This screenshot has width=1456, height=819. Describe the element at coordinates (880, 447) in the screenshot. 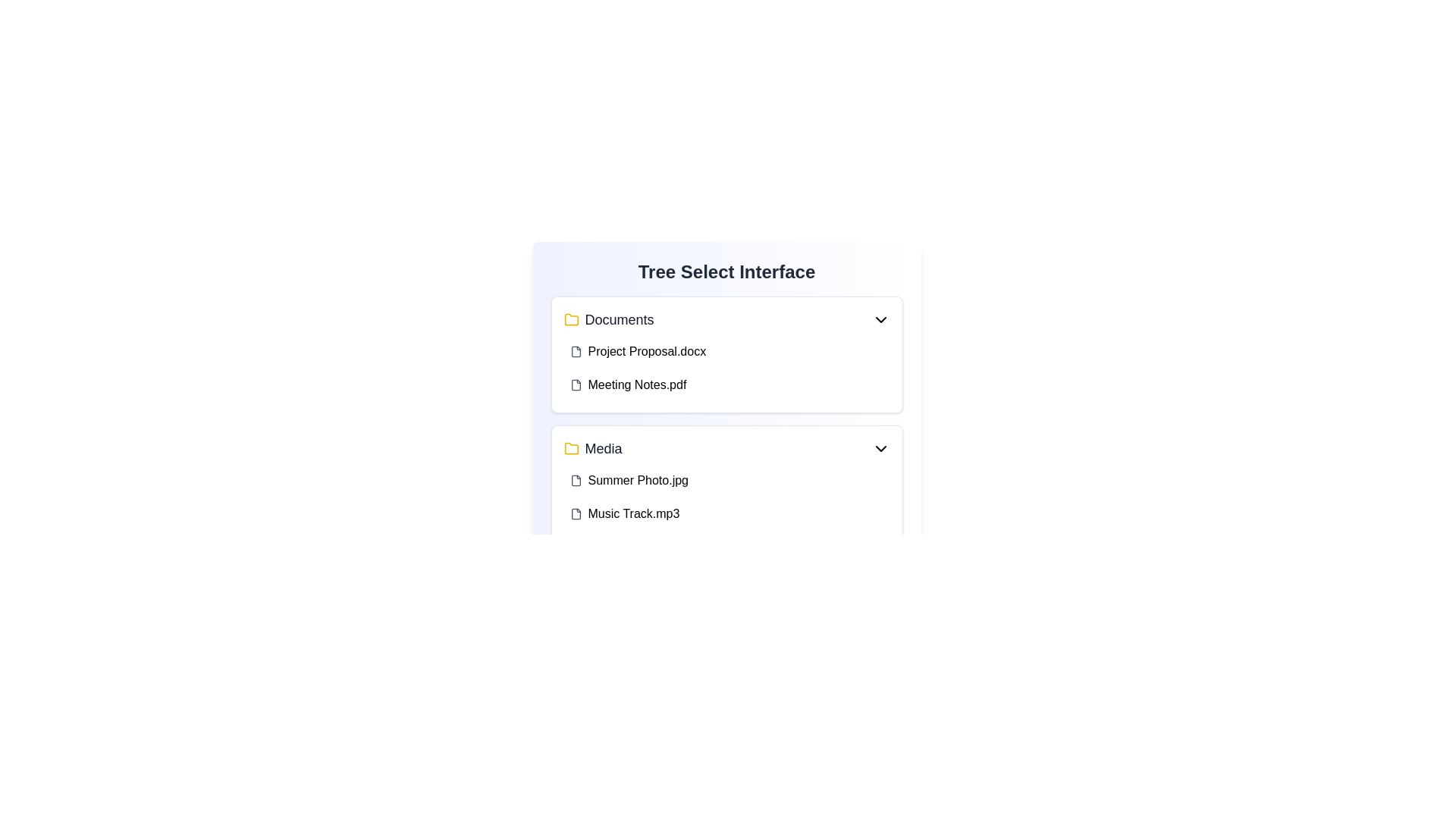

I see `the dropdown indicator icon located in the top-right corner of the 'Media' group` at that location.